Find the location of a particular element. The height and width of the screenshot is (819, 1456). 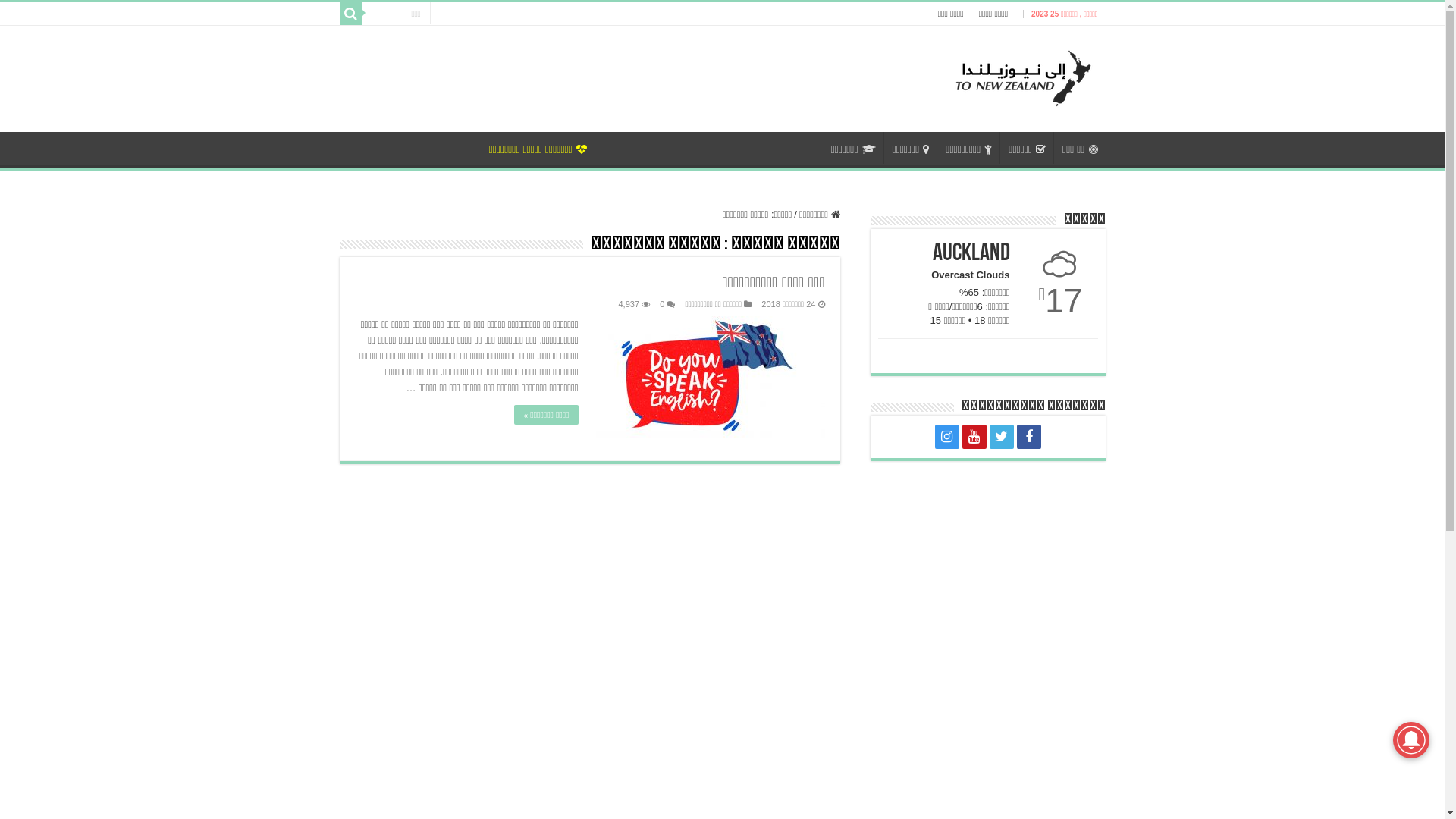

'Facebook' is located at coordinates (1028, 436).